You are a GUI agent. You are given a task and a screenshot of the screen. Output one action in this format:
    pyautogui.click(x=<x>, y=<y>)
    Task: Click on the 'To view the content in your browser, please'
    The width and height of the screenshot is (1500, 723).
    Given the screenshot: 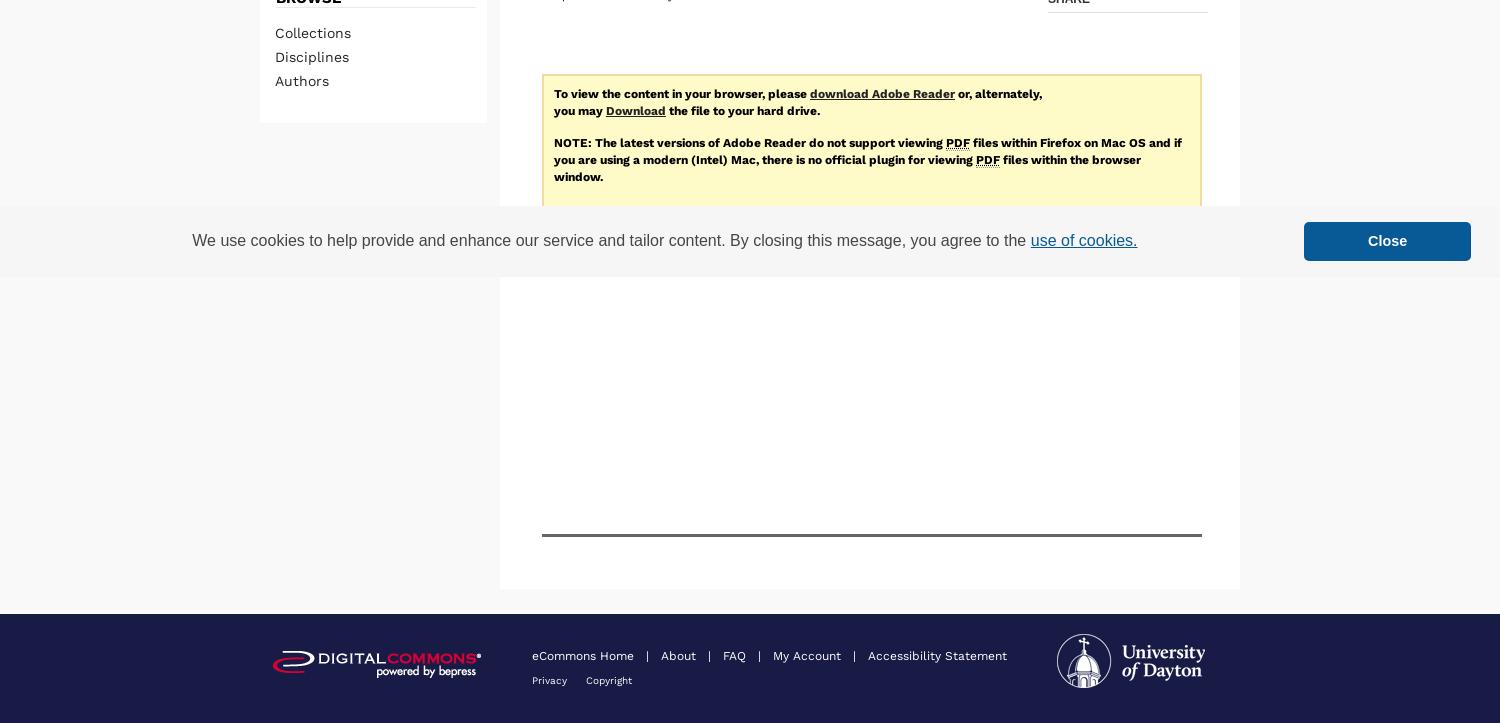 What is the action you would take?
    pyautogui.click(x=682, y=91)
    